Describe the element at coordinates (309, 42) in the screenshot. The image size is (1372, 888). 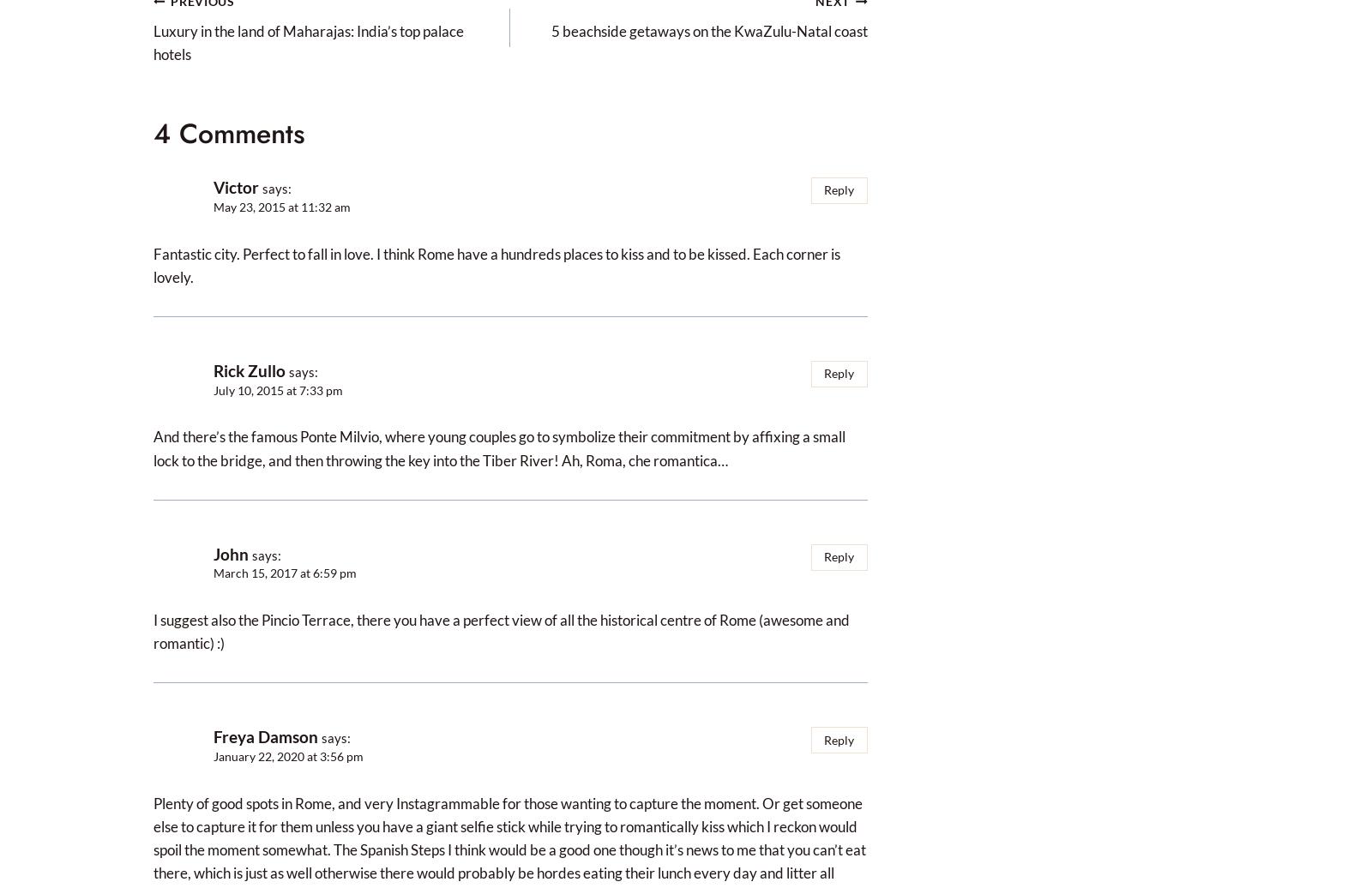
I see `'Luxury in the land of Maharajas: India’s top palace hotels'` at that location.